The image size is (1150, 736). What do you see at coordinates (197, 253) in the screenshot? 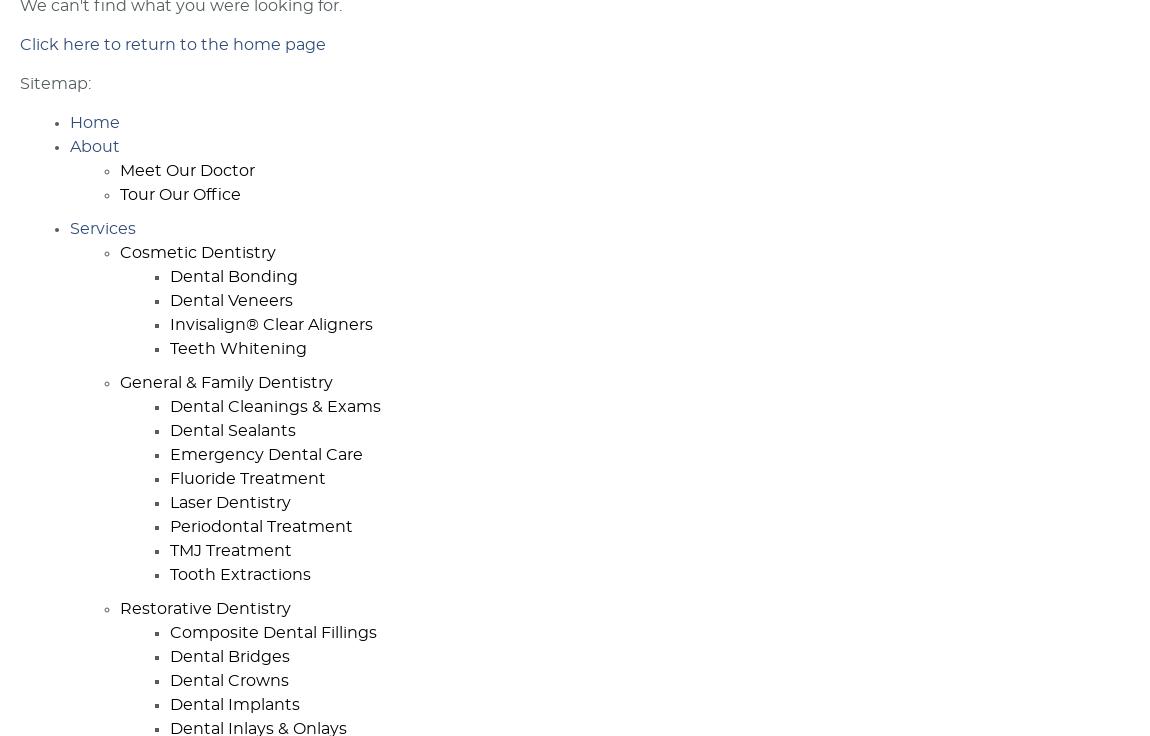
I see `'Cosmetic Dentistry'` at bounding box center [197, 253].